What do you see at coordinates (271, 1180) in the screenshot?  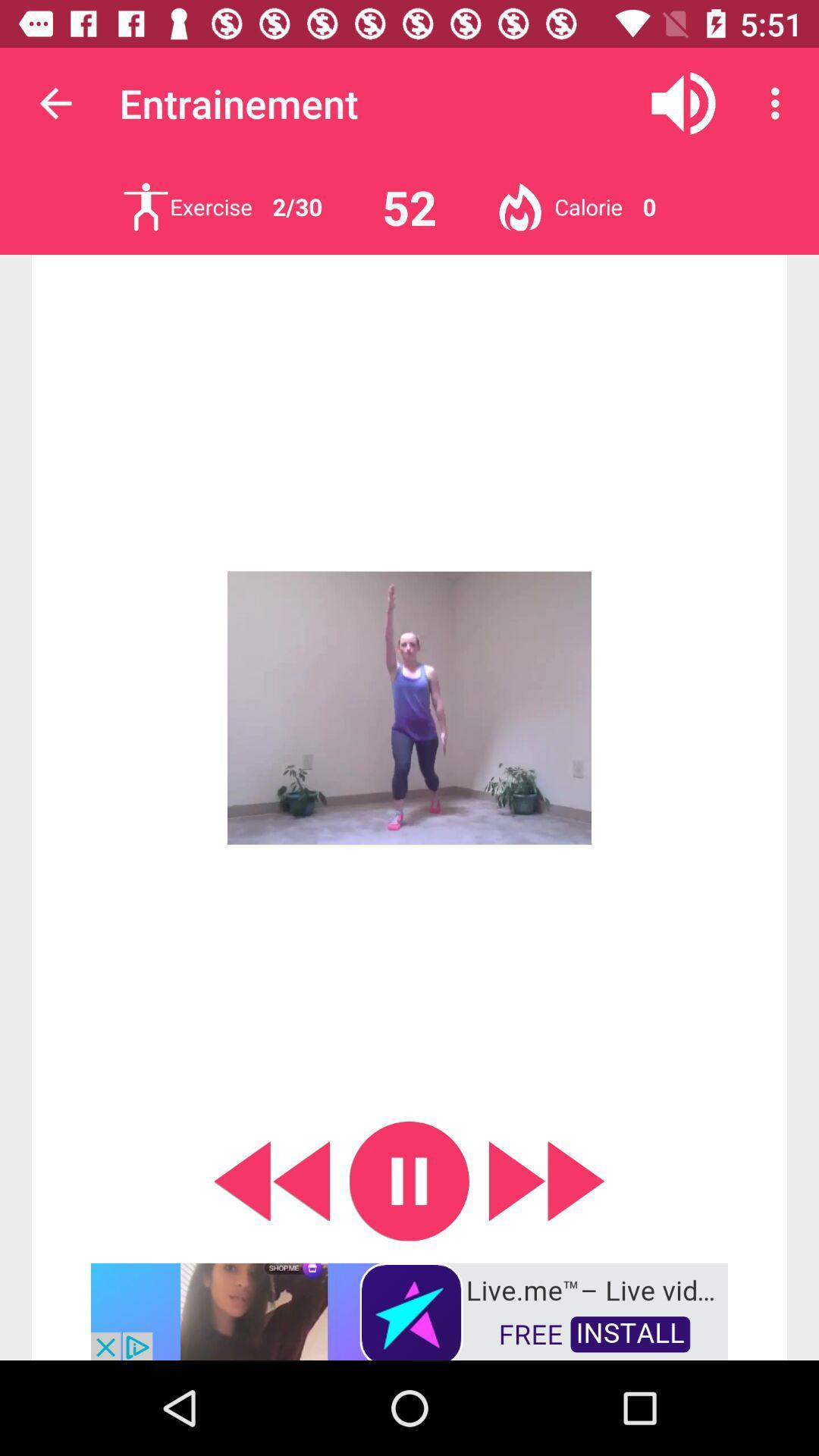 I see `rewind back` at bounding box center [271, 1180].